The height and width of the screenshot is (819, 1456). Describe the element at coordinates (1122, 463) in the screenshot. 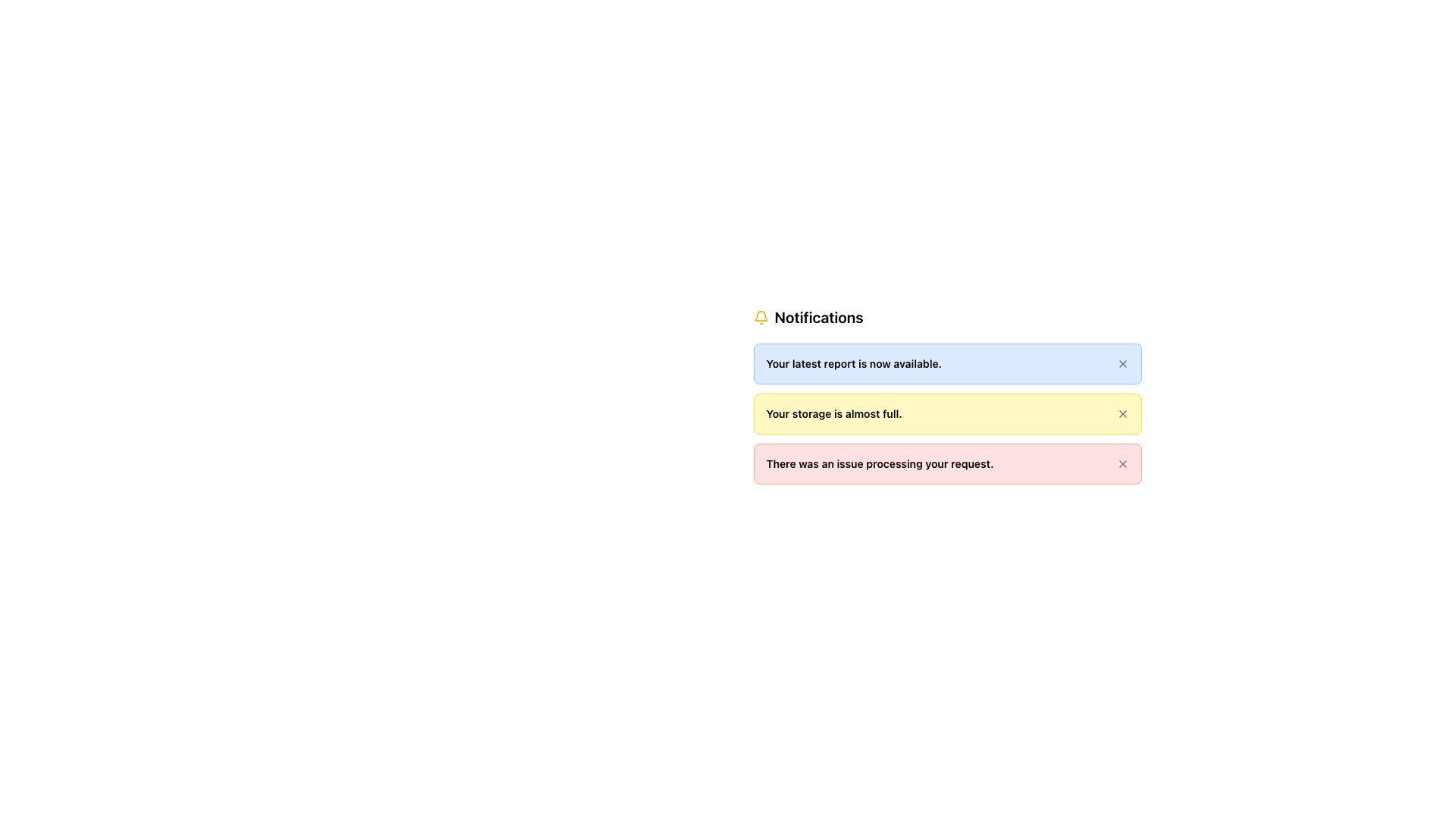

I see `the close button icon located at the top-right corner of the notification banner with a light red background` at that location.